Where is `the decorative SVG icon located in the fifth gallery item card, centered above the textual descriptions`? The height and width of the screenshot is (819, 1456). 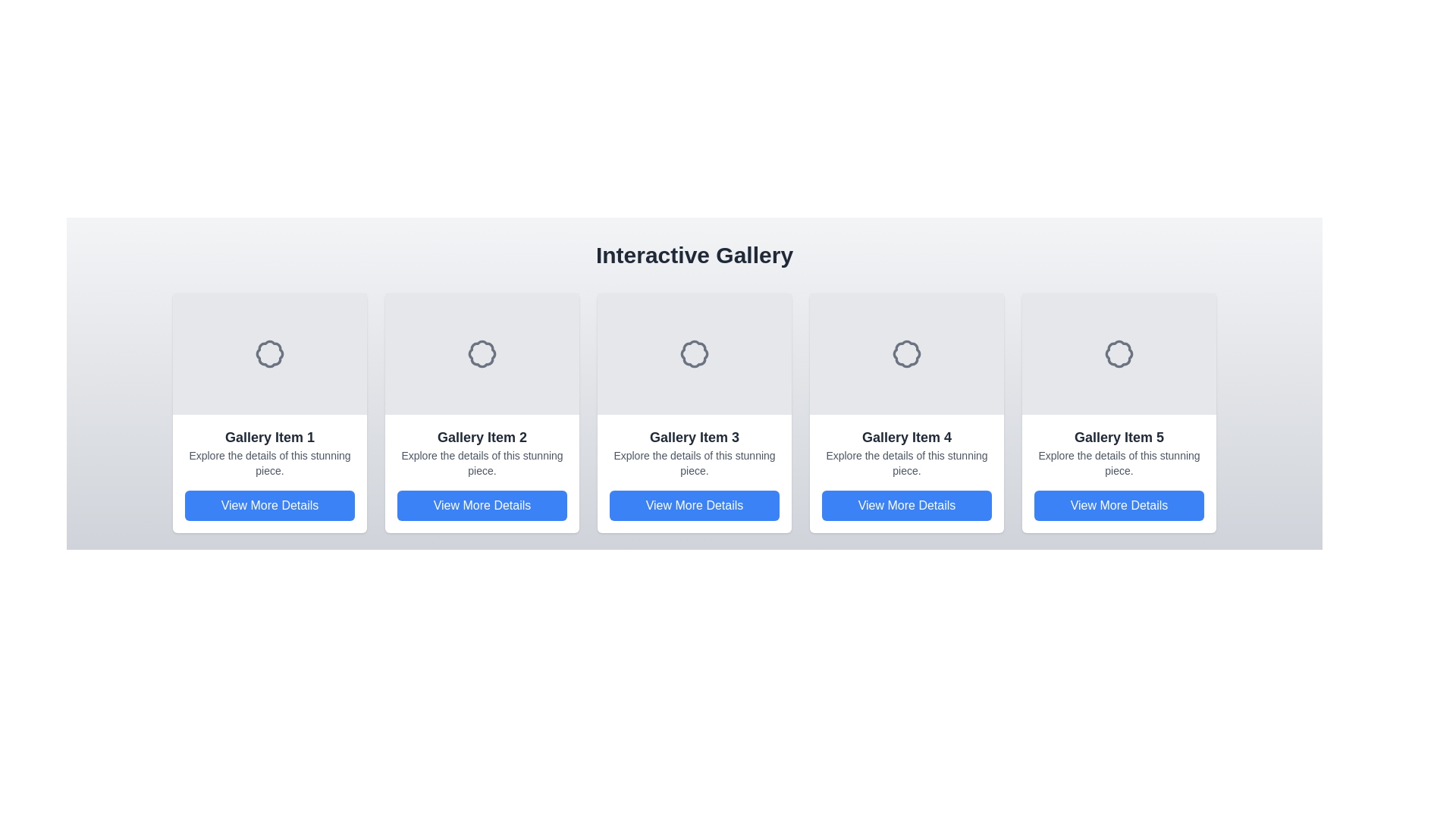
the decorative SVG icon located in the fifth gallery item card, centered above the textual descriptions is located at coordinates (1119, 353).